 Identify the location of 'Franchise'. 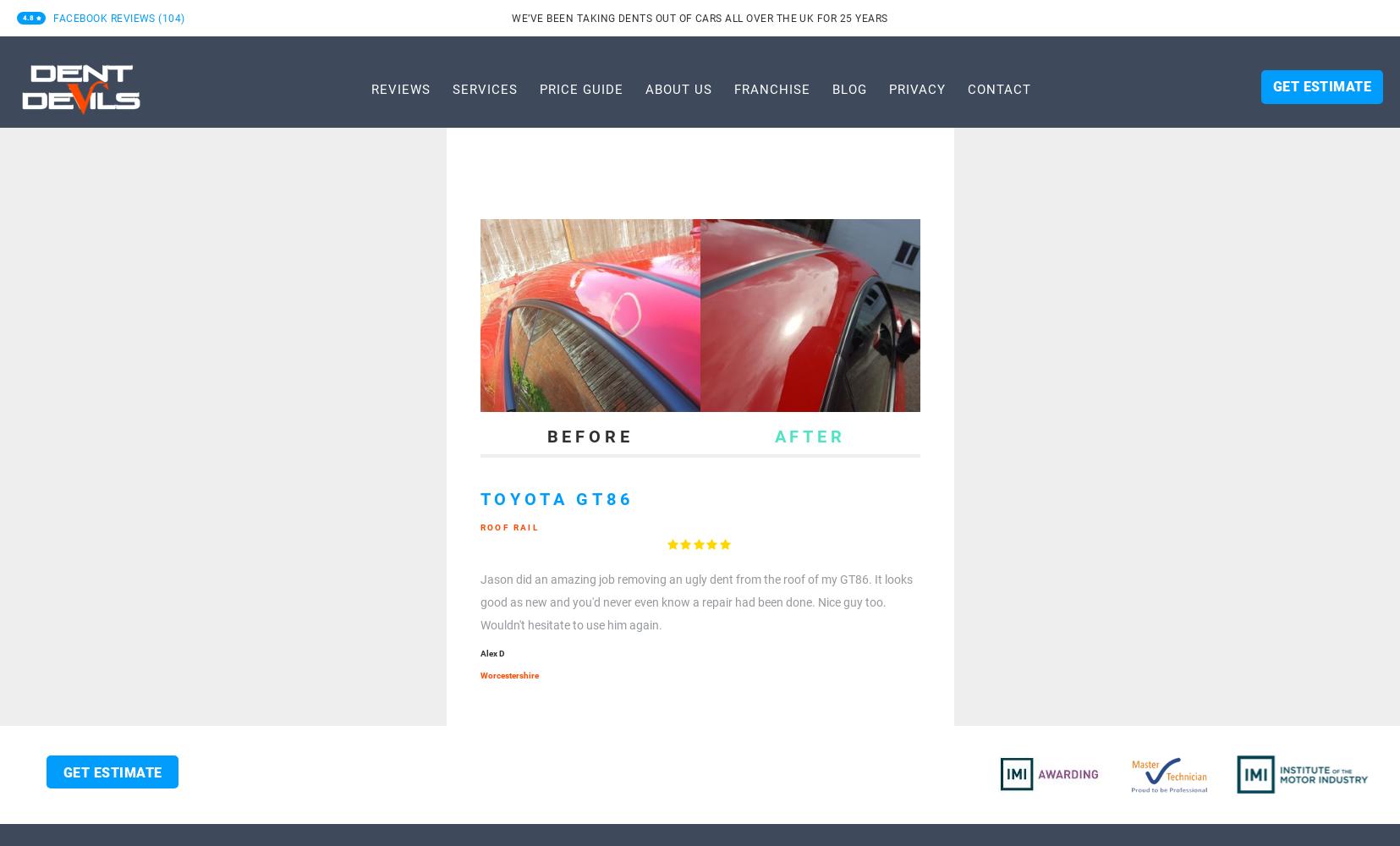
(771, 88).